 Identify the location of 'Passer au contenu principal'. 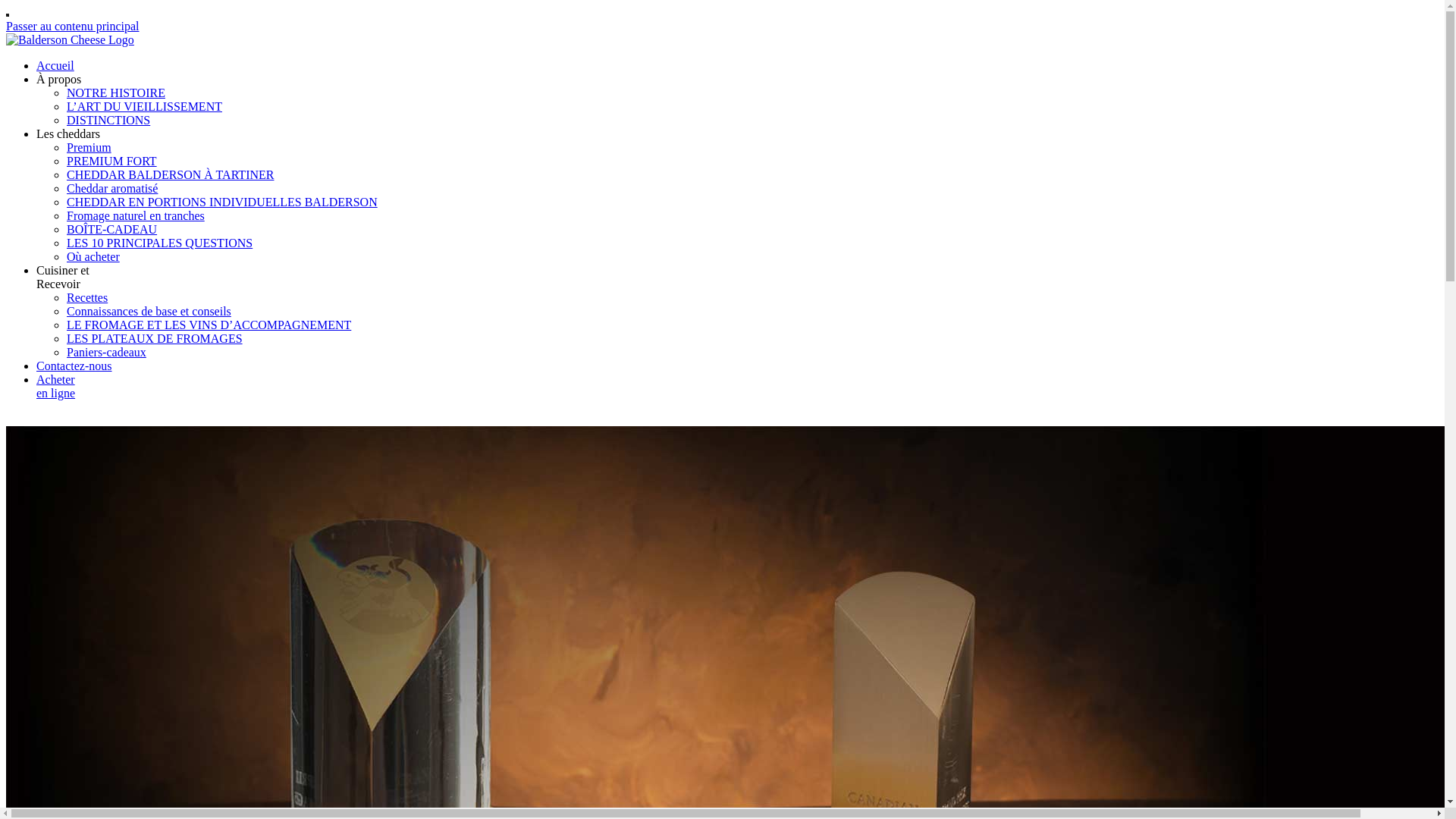
(6, 26).